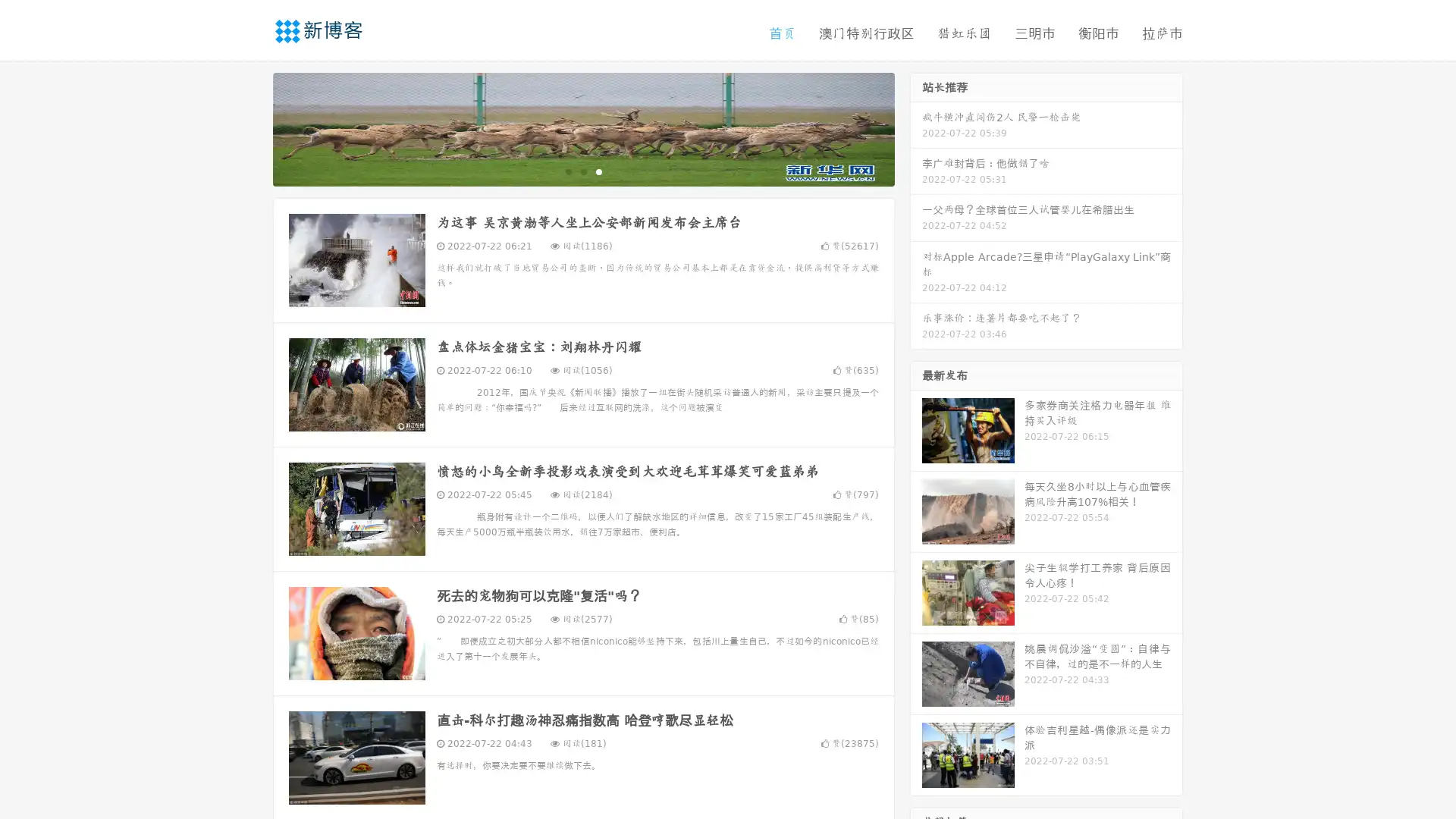 This screenshot has height=819, width=1456. What do you see at coordinates (916, 127) in the screenshot?
I see `Next slide` at bounding box center [916, 127].